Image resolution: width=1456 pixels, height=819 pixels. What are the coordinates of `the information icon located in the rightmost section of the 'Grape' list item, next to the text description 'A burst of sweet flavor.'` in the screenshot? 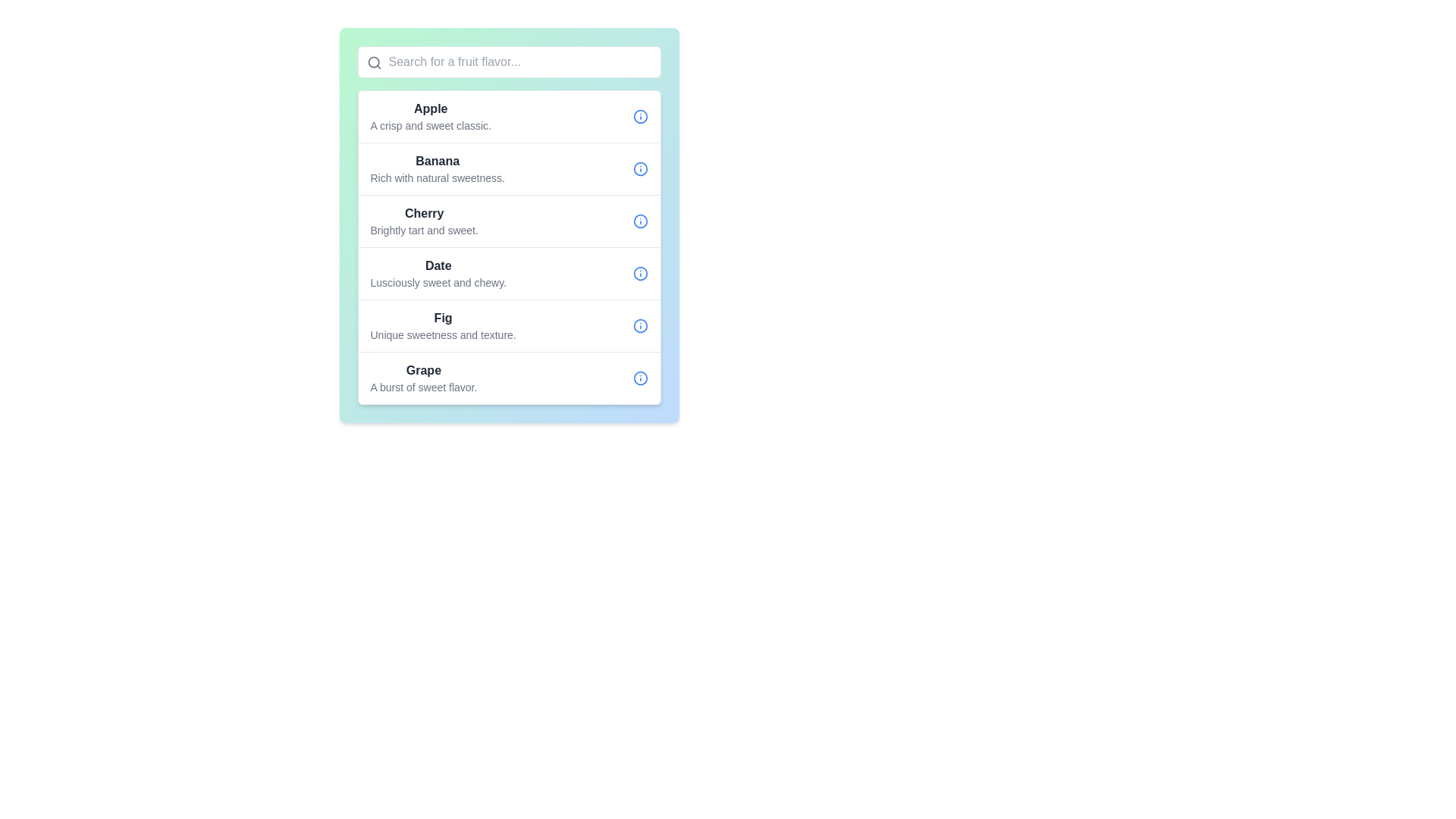 It's located at (640, 377).